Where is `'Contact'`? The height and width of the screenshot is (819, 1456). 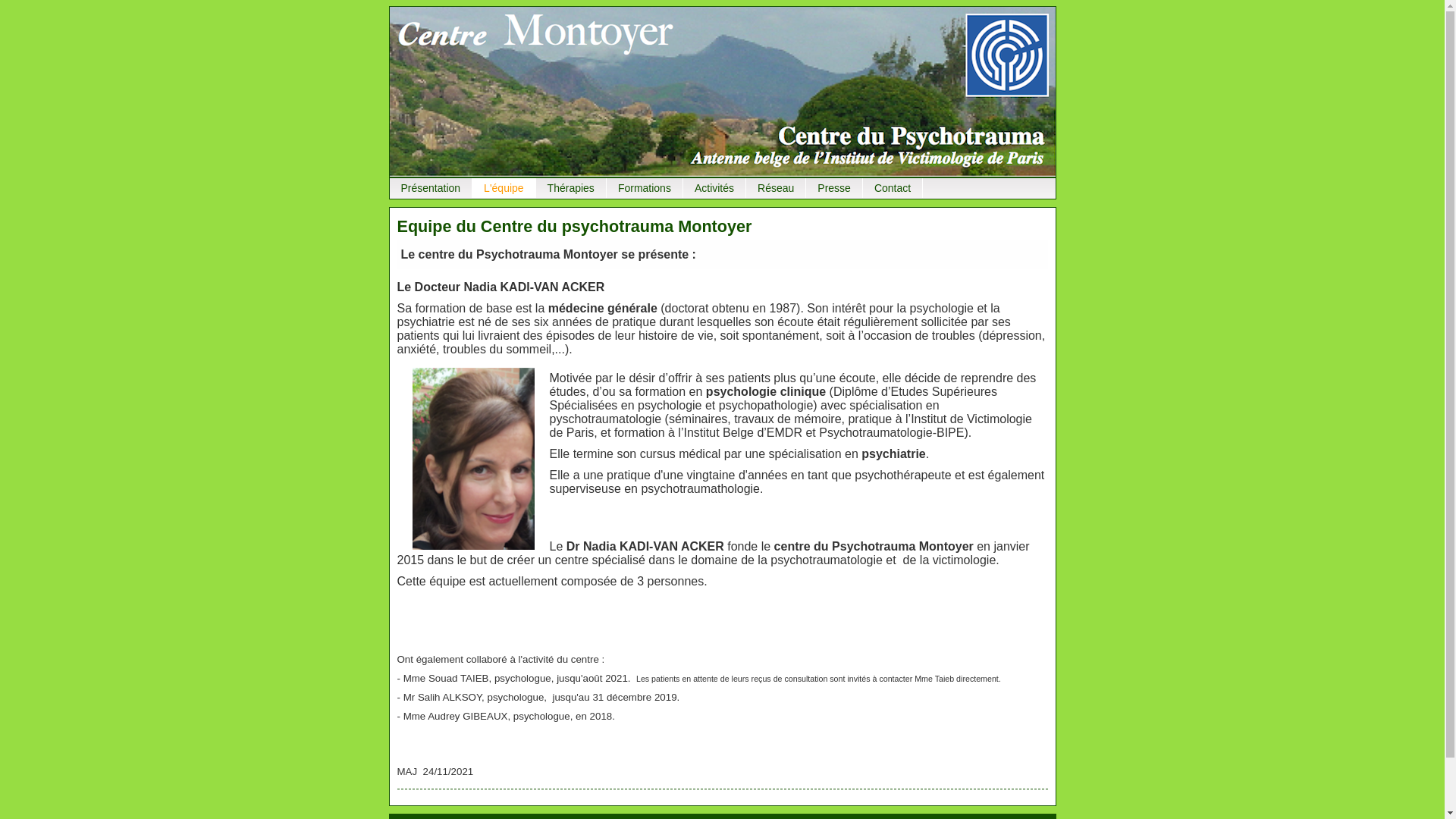
'Contact' is located at coordinates (893, 187).